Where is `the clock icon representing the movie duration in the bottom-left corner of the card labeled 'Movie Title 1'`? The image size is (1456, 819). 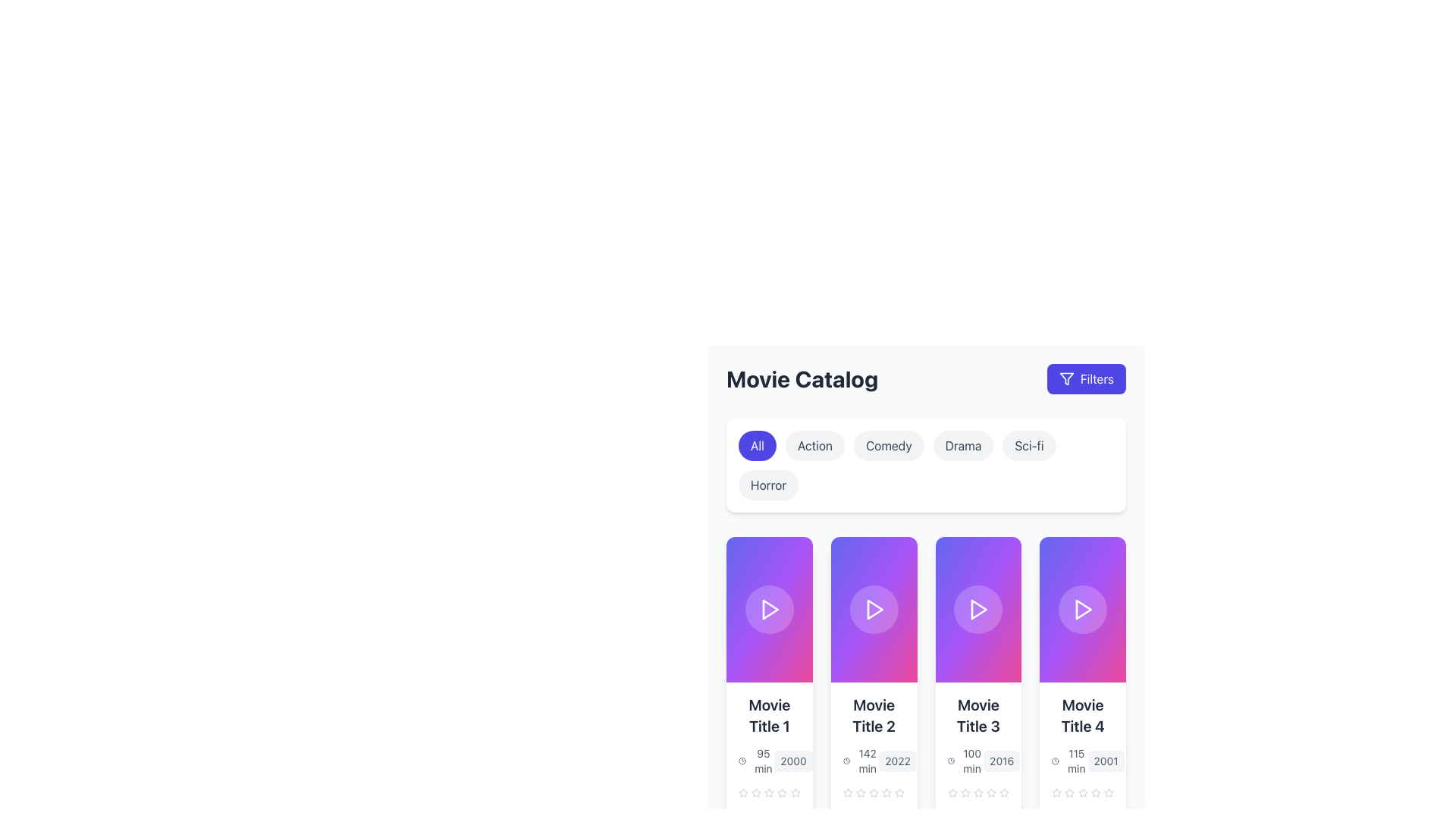
the clock icon representing the movie duration in the bottom-left corner of the card labeled 'Movie Title 1' is located at coordinates (742, 761).